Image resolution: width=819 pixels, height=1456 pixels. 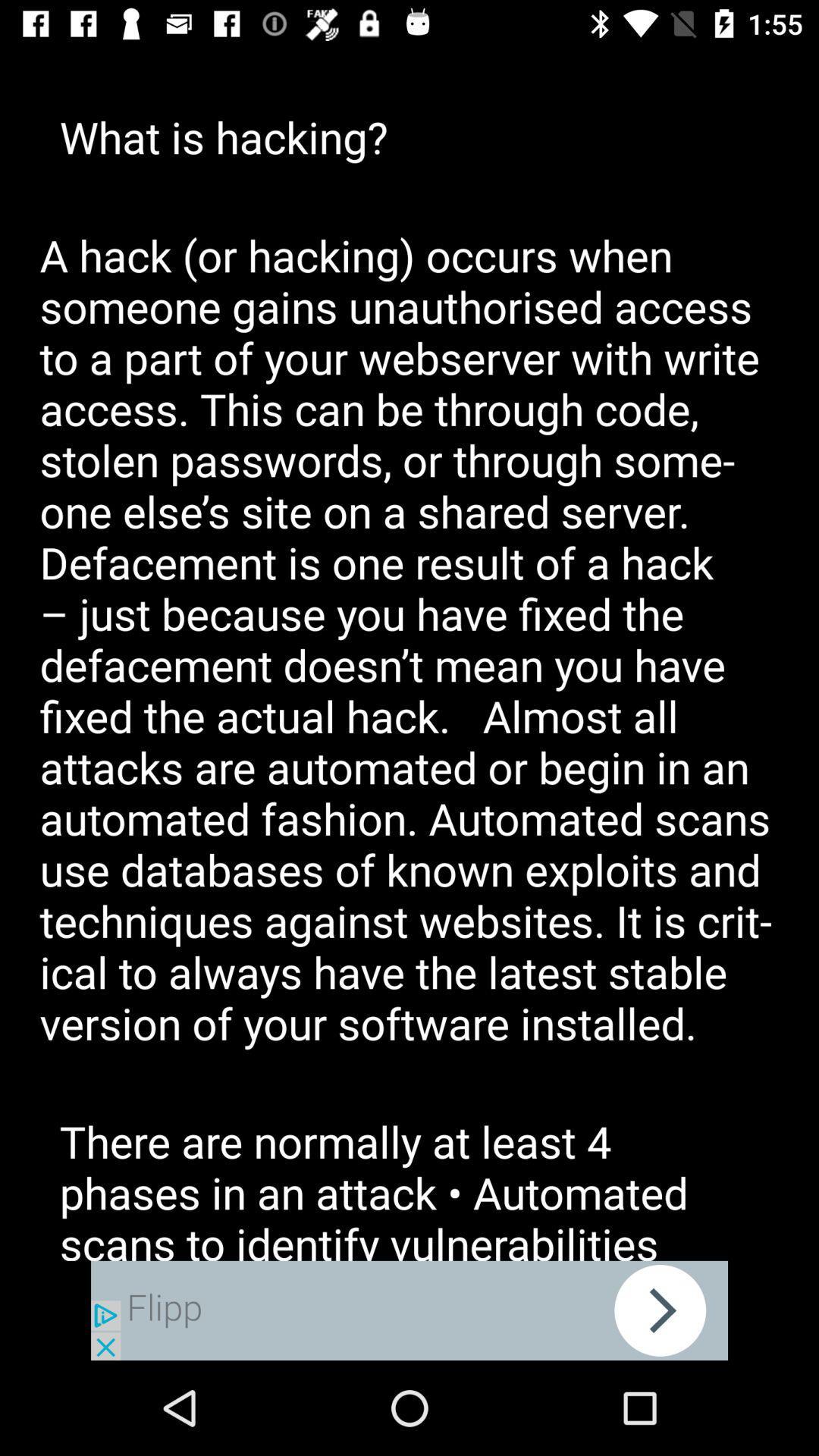 What do you see at coordinates (409, 1310) in the screenshot?
I see `search` at bounding box center [409, 1310].